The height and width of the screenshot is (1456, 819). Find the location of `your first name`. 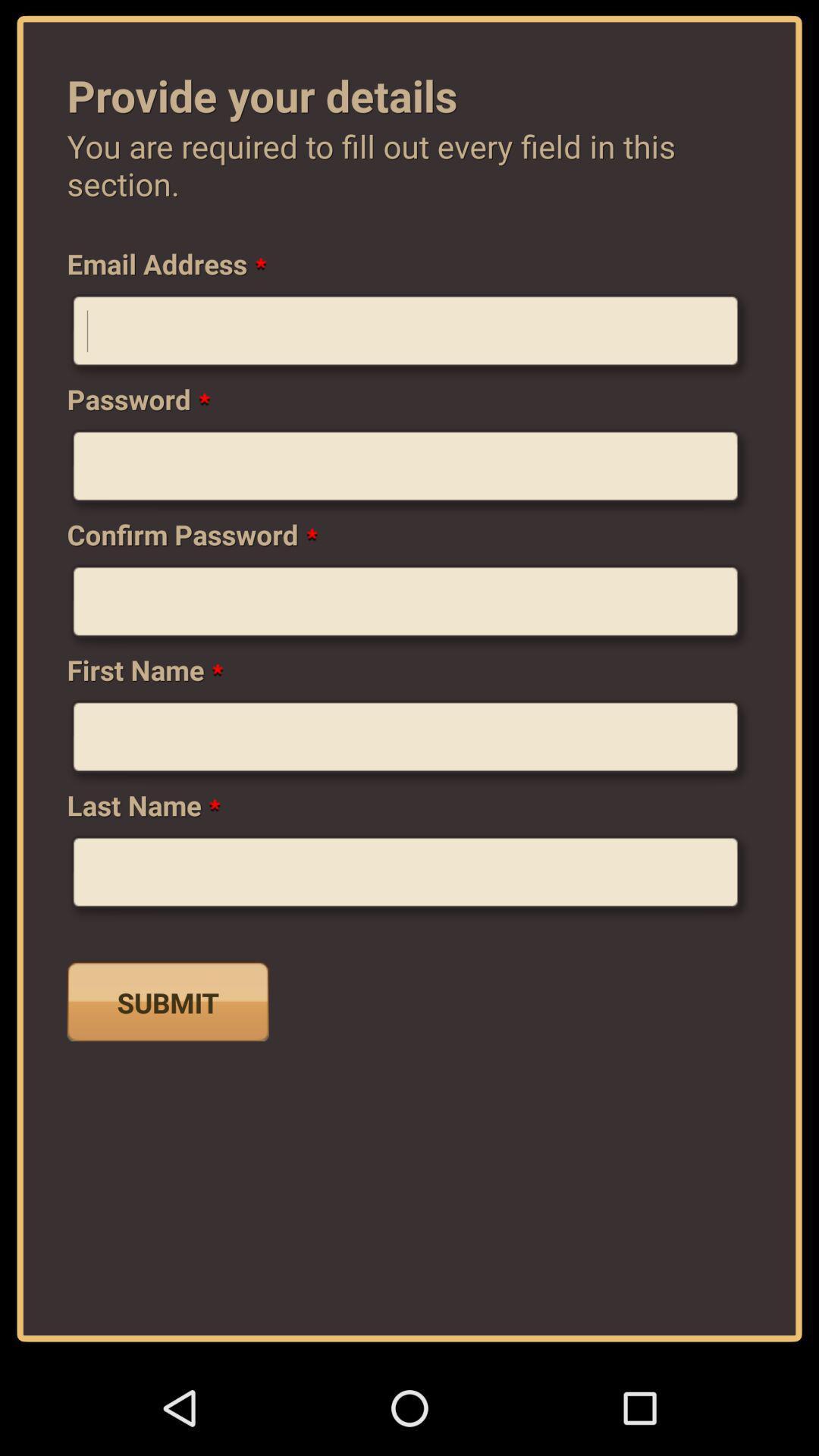

your first name is located at coordinates (409, 742).